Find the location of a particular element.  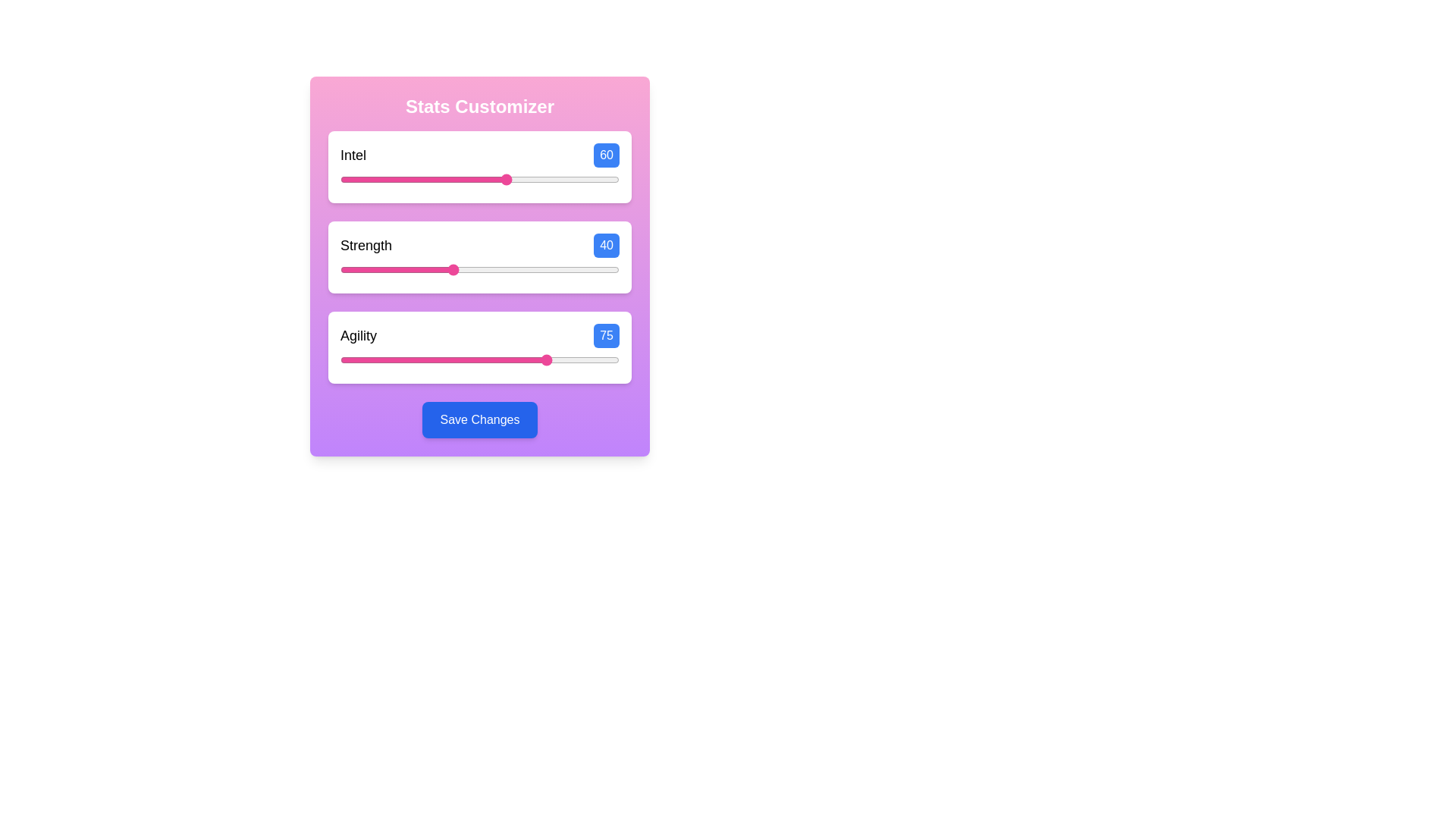

the Strength slider is located at coordinates (522, 268).